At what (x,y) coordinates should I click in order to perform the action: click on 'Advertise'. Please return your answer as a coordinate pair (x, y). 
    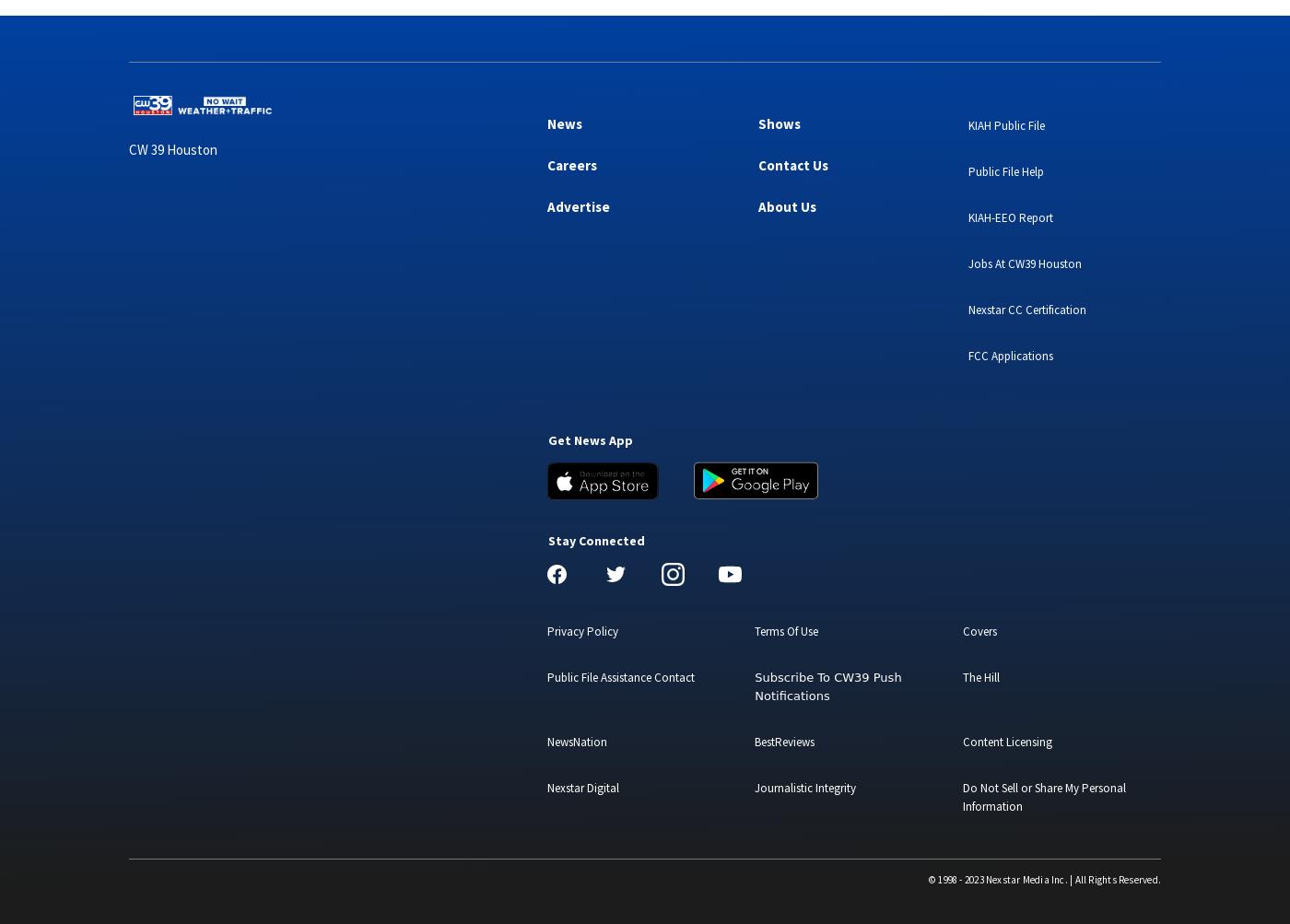
    Looking at the image, I should click on (579, 206).